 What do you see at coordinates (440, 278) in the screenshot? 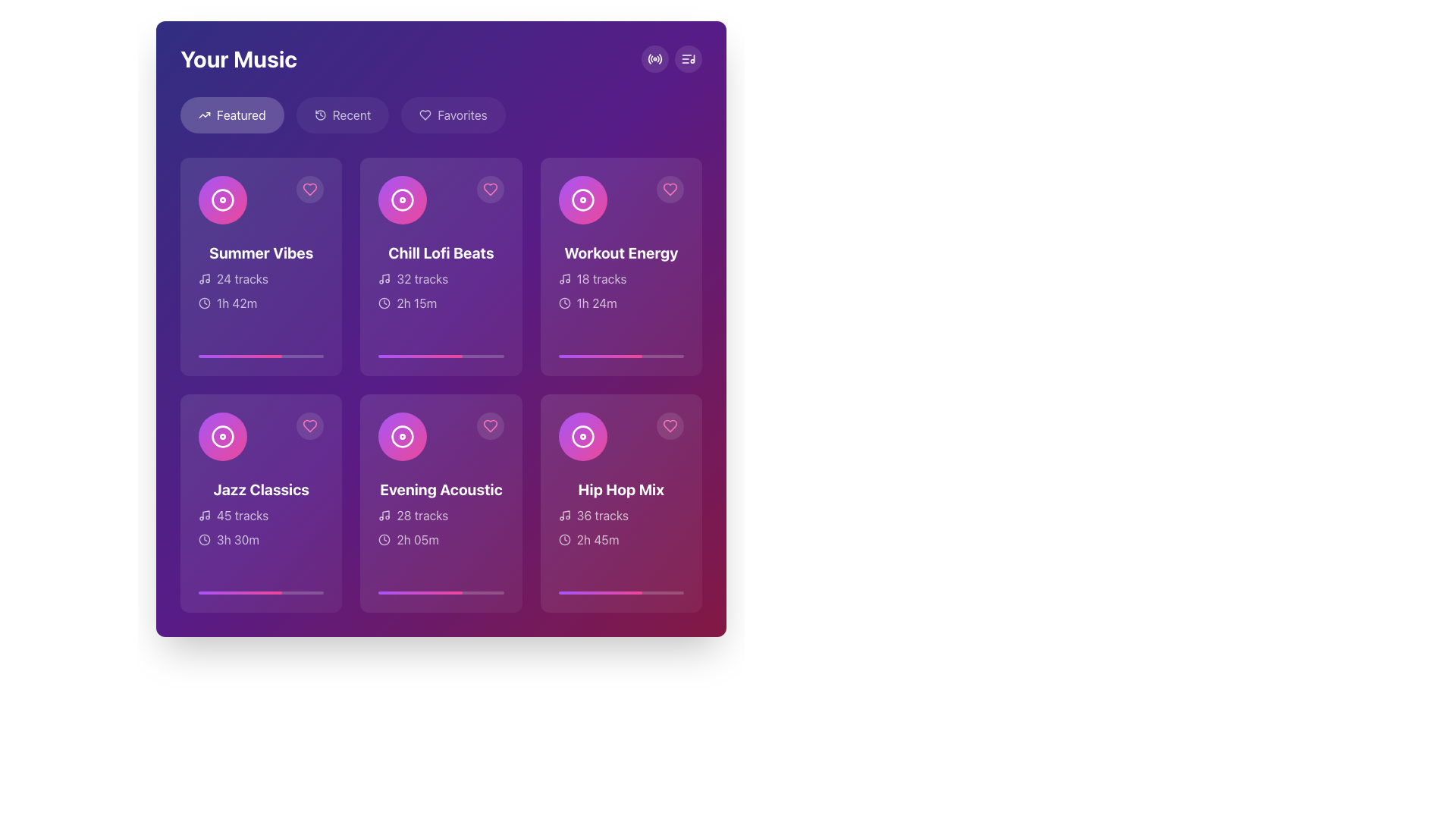
I see `the static text label displaying '32 tracks', which is styled with a muted white color and is located under the 'Chill Lofi Beats' card in the middle column of a 3x2 grid of music cards` at bounding box center [440, 278].